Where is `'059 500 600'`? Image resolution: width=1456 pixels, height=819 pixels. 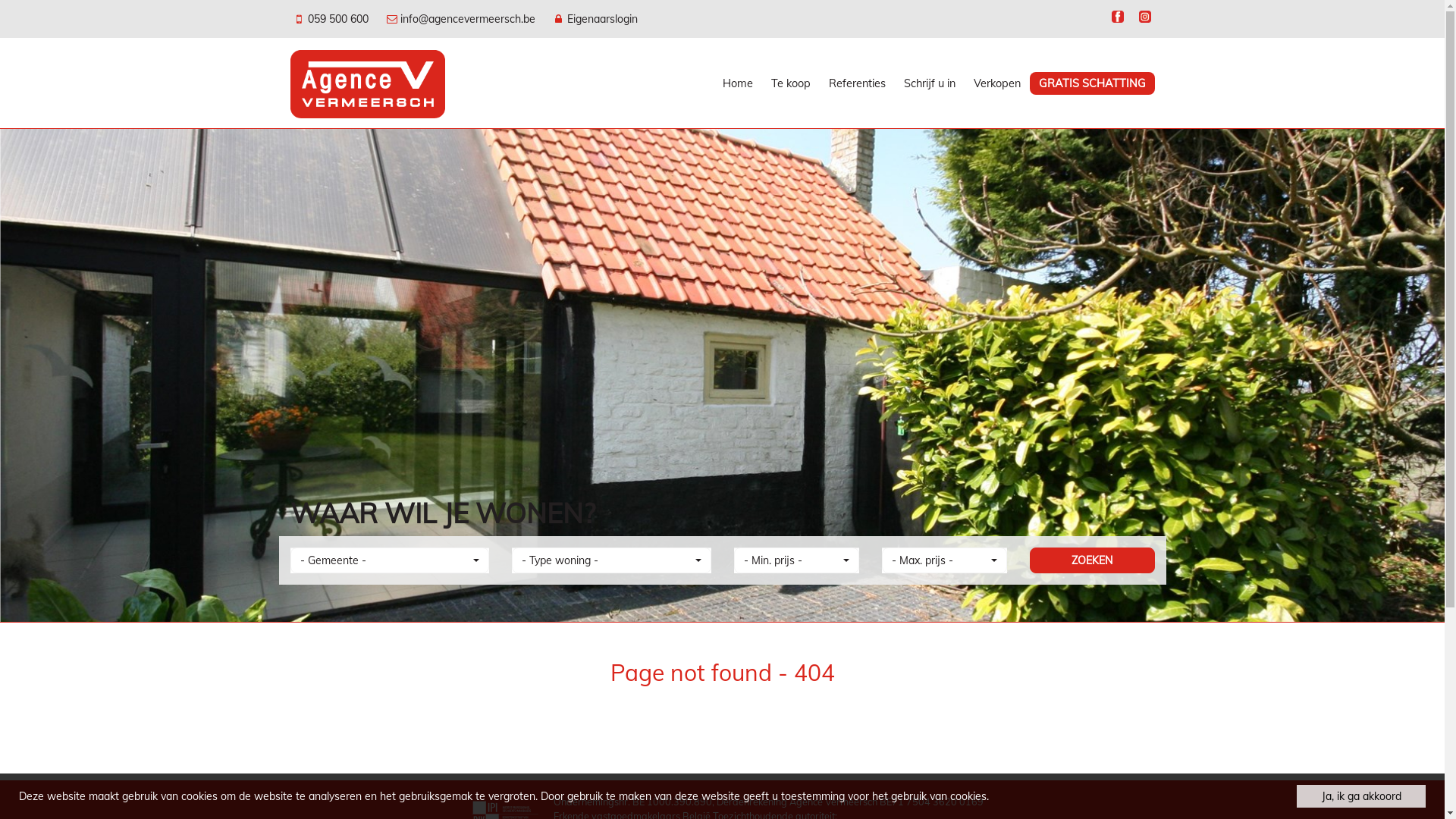
'059 500 600' is located at coordinates (331, 18).